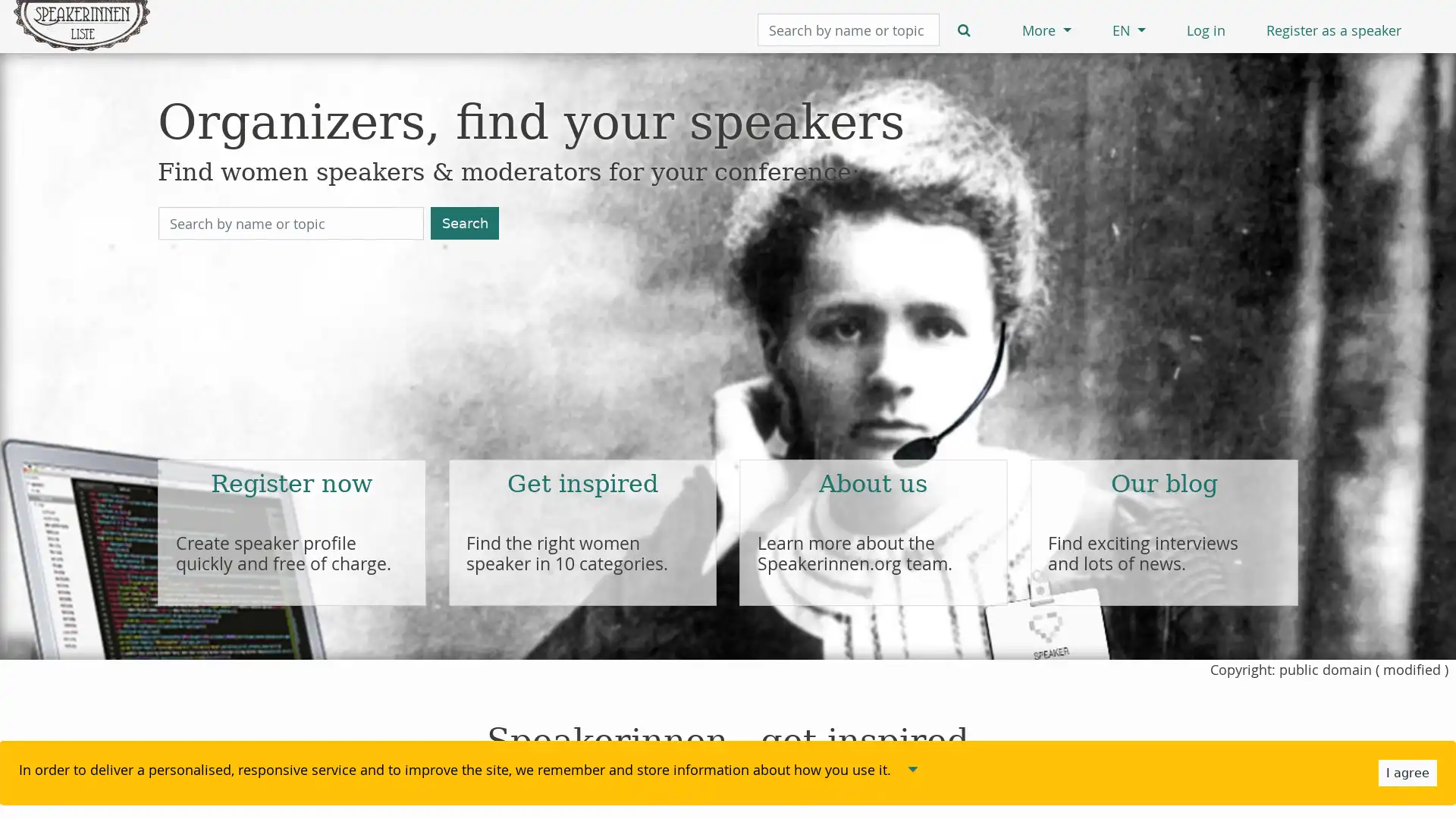  I want to click on Search, so click(464, 222).